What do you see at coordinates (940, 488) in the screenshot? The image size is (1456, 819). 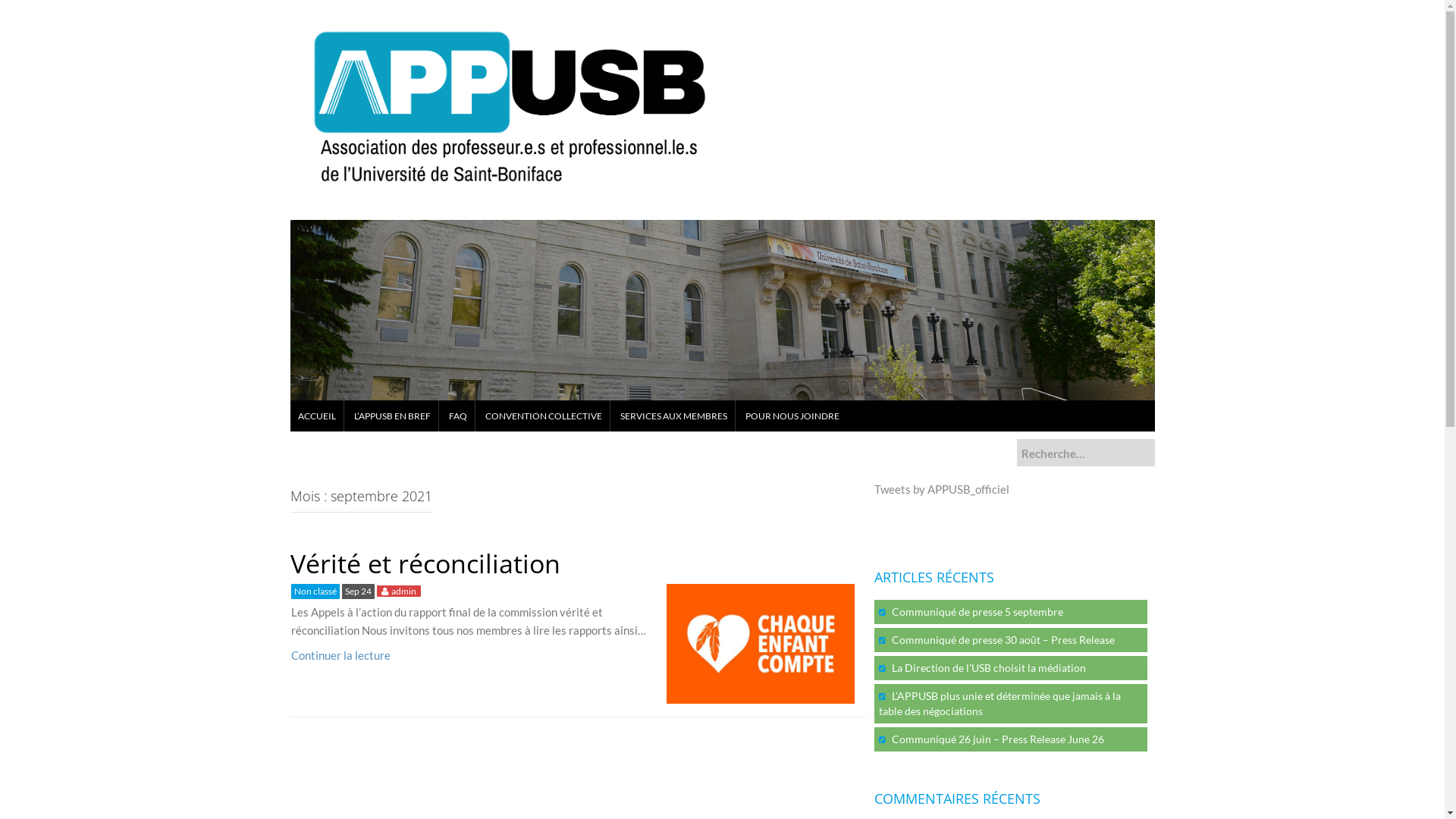 I see `'Tweets by APPUSB_officiel'` at bounding box center [940, 488].